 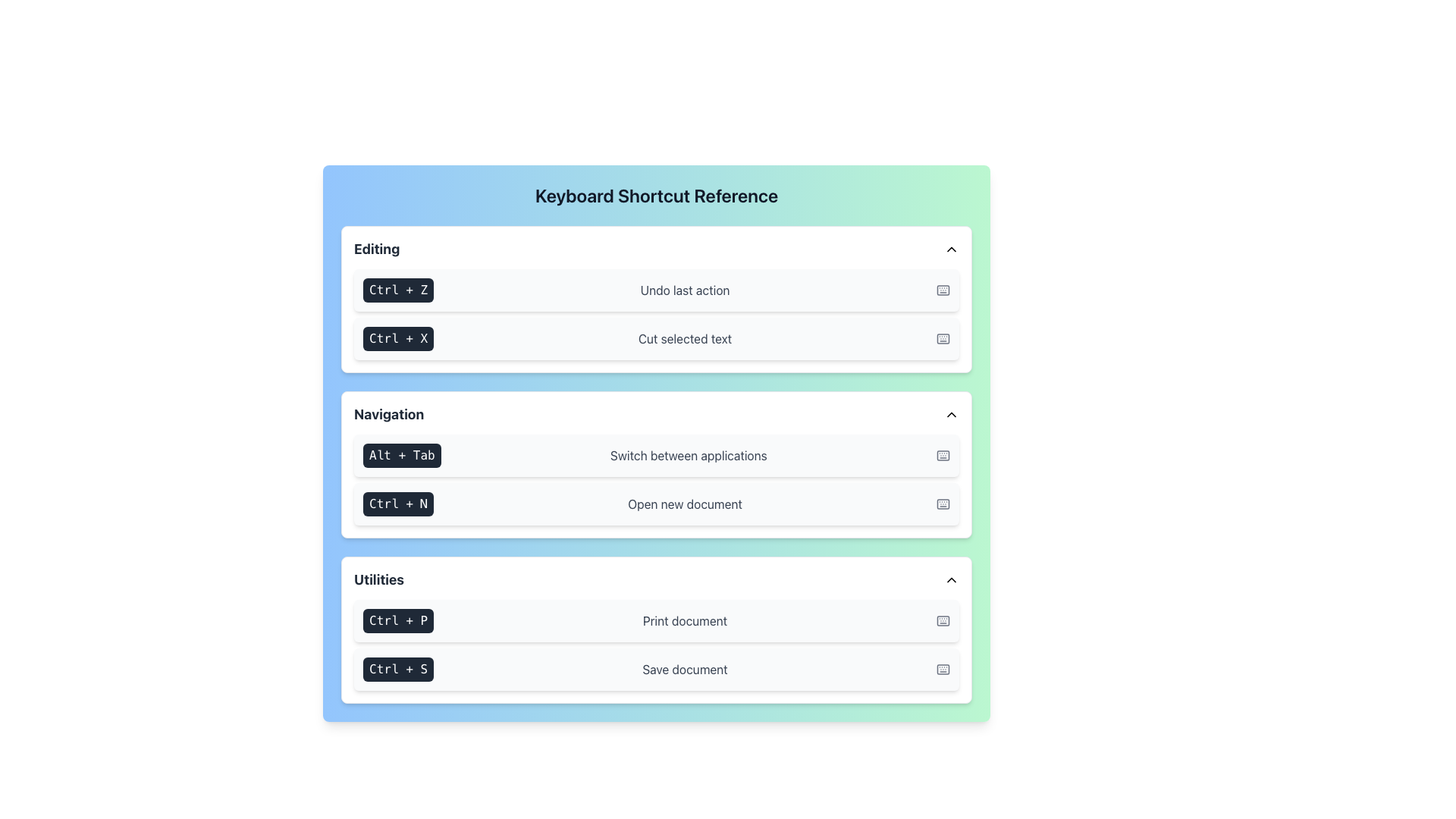 I want to click on the gray keyboard icon, which is the rightmost element in the horizontal row next to the text 'Switch between applications' in the Navigation section, so click(x=942, y=455).